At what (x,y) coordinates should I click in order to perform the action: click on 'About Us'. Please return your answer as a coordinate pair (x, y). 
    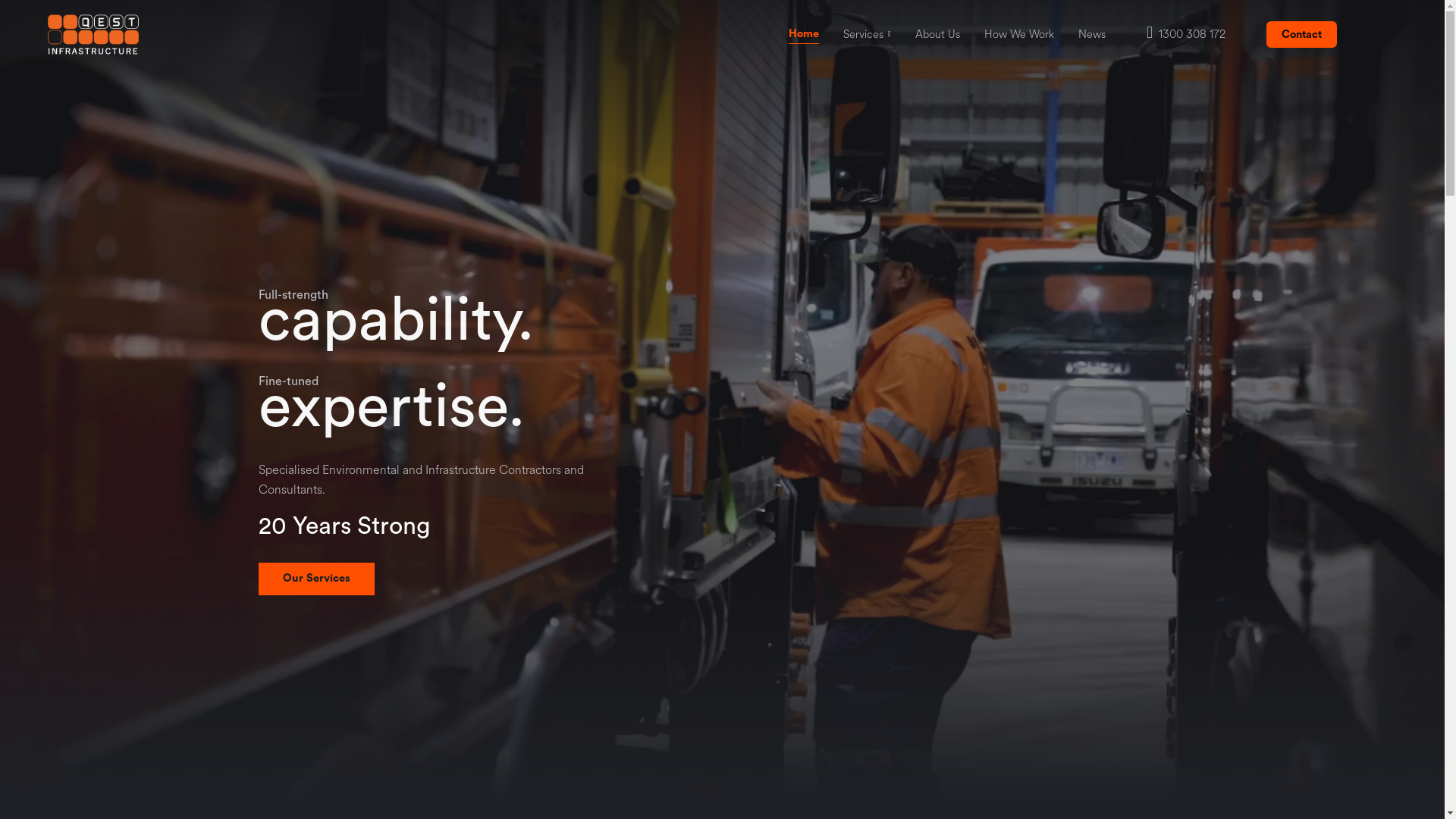
    Looking at the image, I should click on (937, 34).